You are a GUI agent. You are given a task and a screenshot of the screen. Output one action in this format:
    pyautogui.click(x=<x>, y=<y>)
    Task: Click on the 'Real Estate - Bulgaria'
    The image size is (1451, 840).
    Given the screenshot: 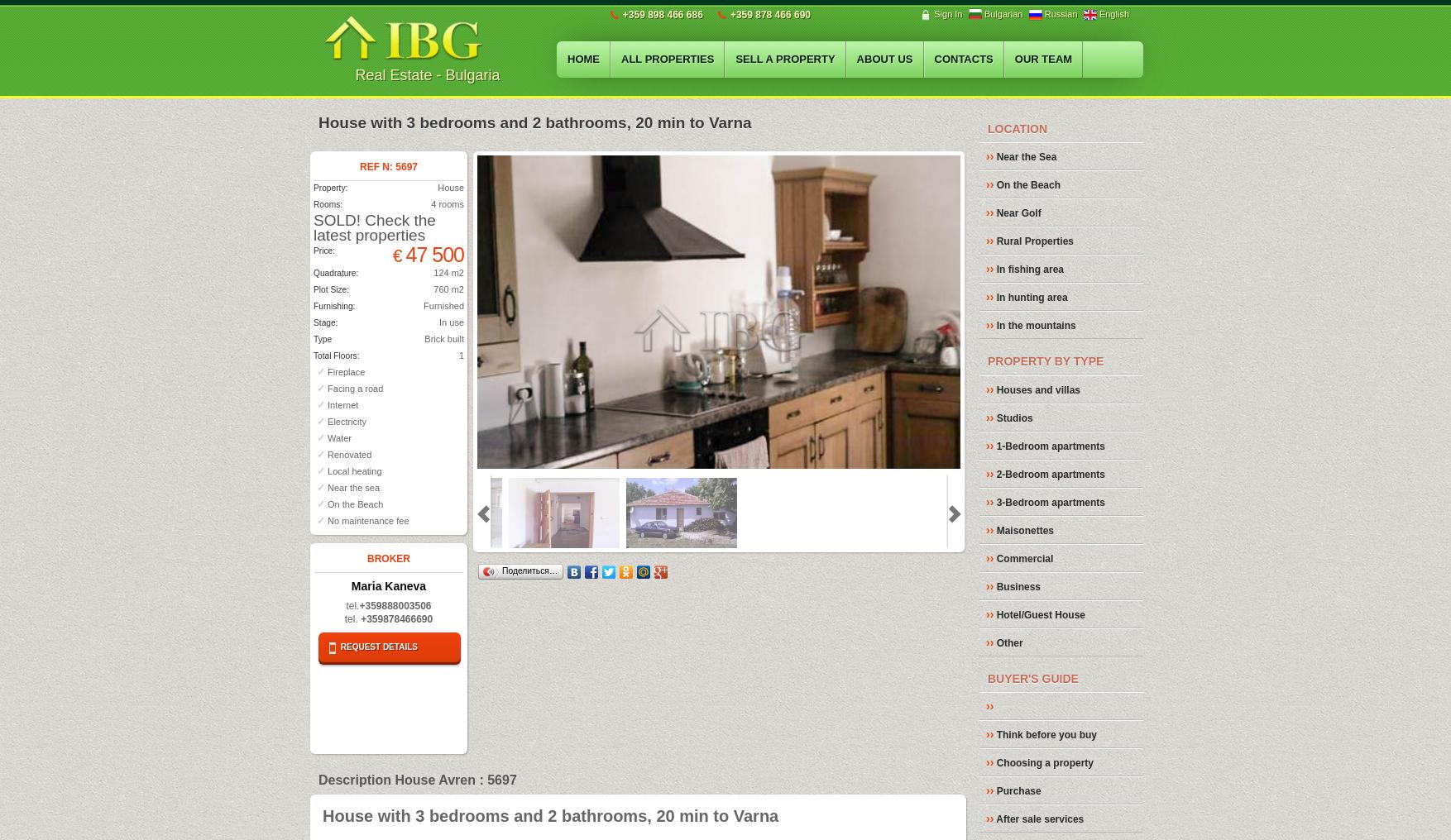 What is the action you would take?
    pyautogui.click(x=426, y=75)
    